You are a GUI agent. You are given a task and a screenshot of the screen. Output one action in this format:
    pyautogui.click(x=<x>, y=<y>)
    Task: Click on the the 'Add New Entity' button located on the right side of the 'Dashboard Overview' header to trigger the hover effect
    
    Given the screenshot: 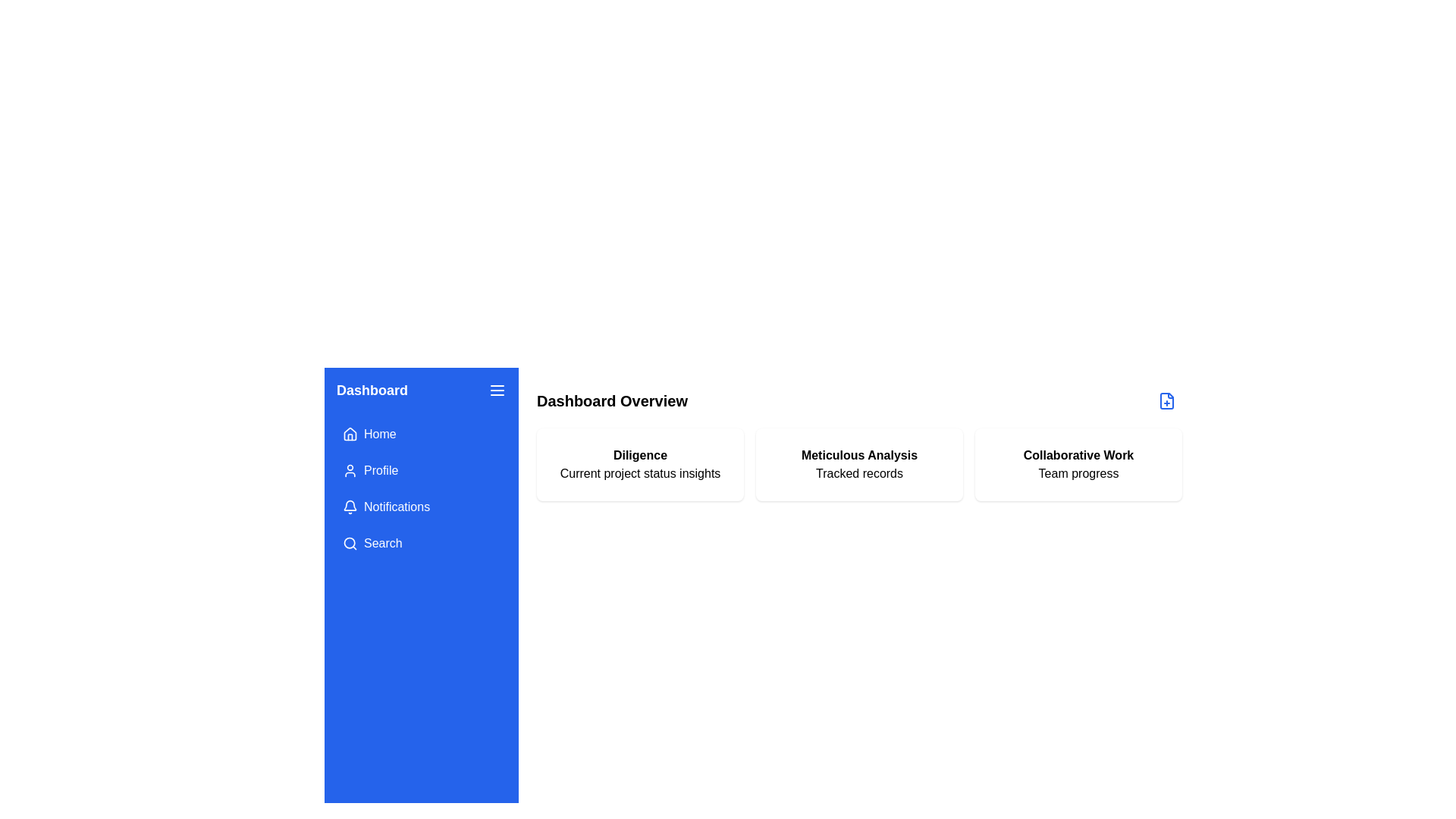 What is the action you would take?
    pyautogui.click(x=1166, y=400)
    